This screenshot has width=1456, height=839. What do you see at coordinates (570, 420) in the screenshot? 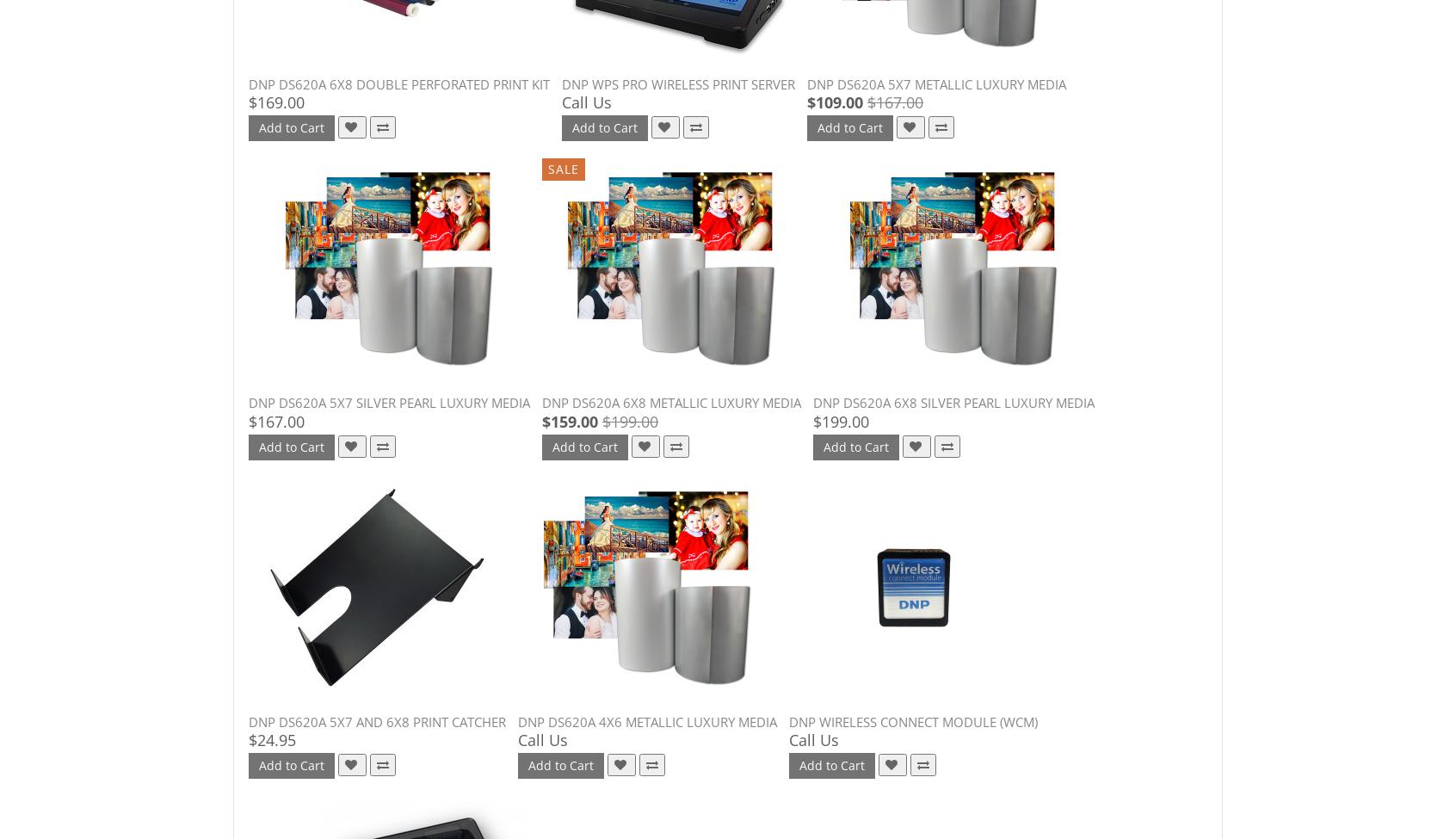
I see `'$159.00'` at bounding box center [570, 420].